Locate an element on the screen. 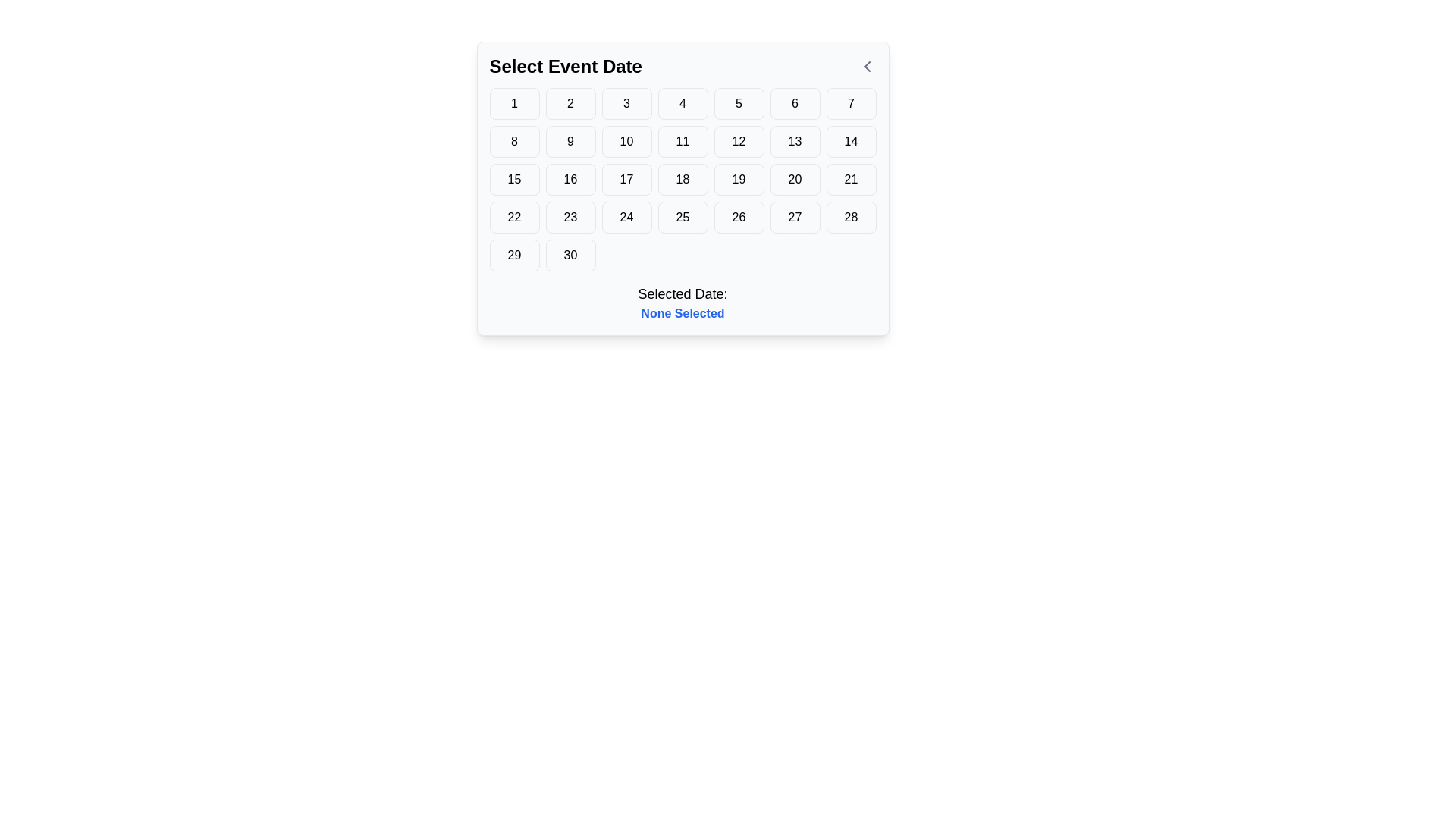  the button located in the fifth column of the top row in the calendar grid is located at coordinates (739, 103).